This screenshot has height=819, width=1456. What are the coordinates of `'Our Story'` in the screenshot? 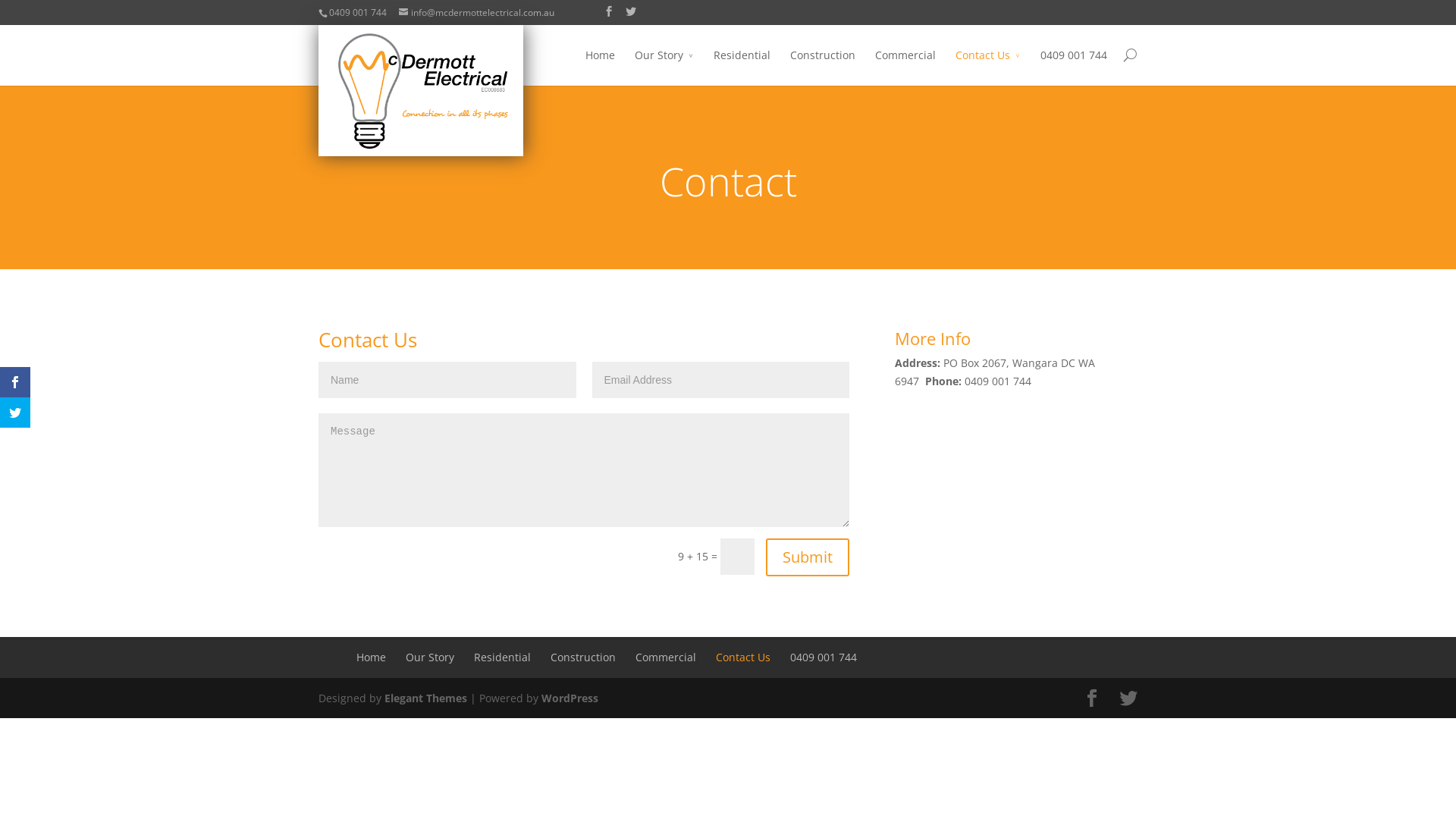 It's located at (428, 656).